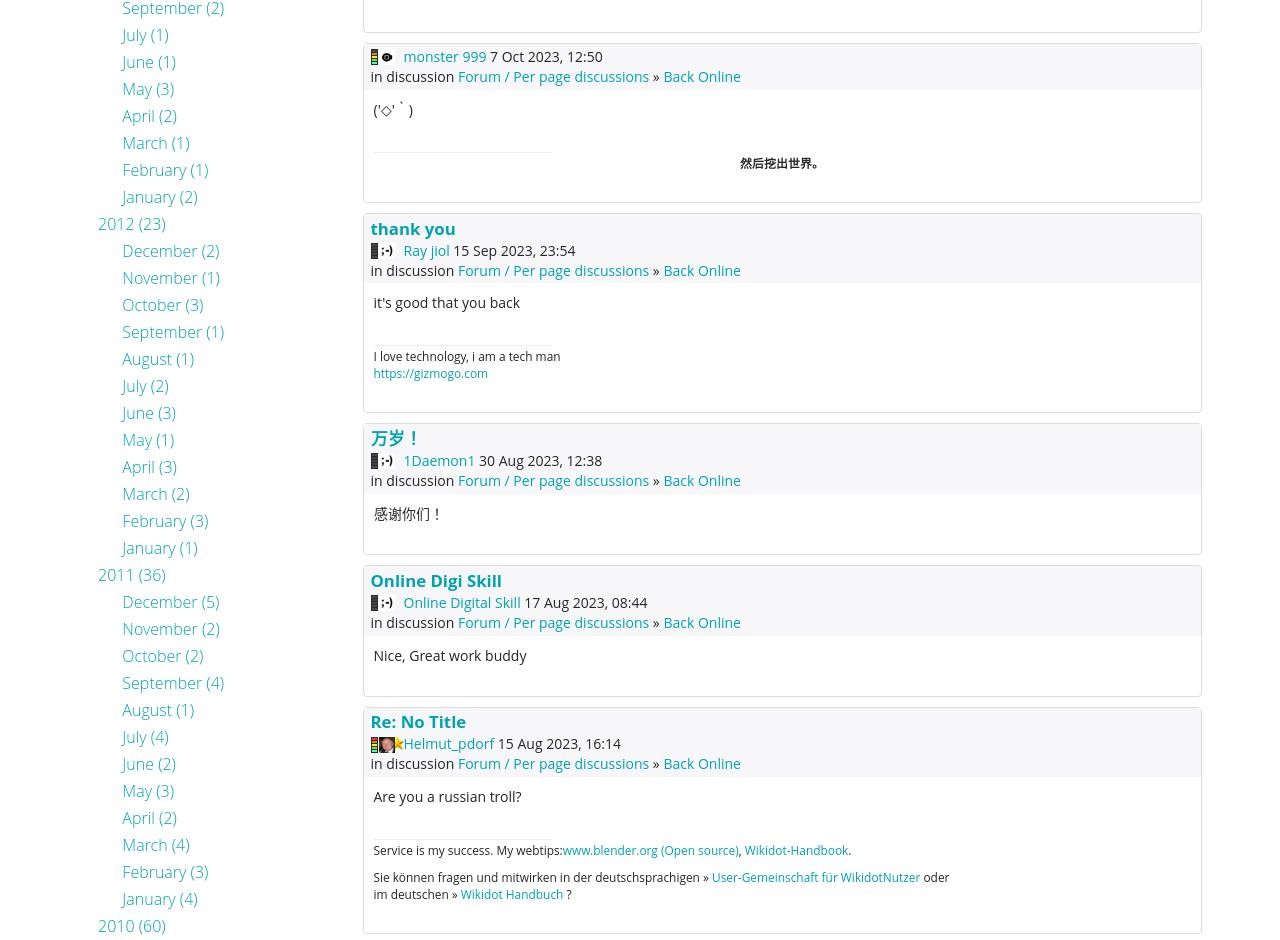 The height and width of the screenshot is (940, 1280). What do you see at coordinates (170, 276) in the screenshot?
I see `'November (1)'` at bounding box center [170, 276].